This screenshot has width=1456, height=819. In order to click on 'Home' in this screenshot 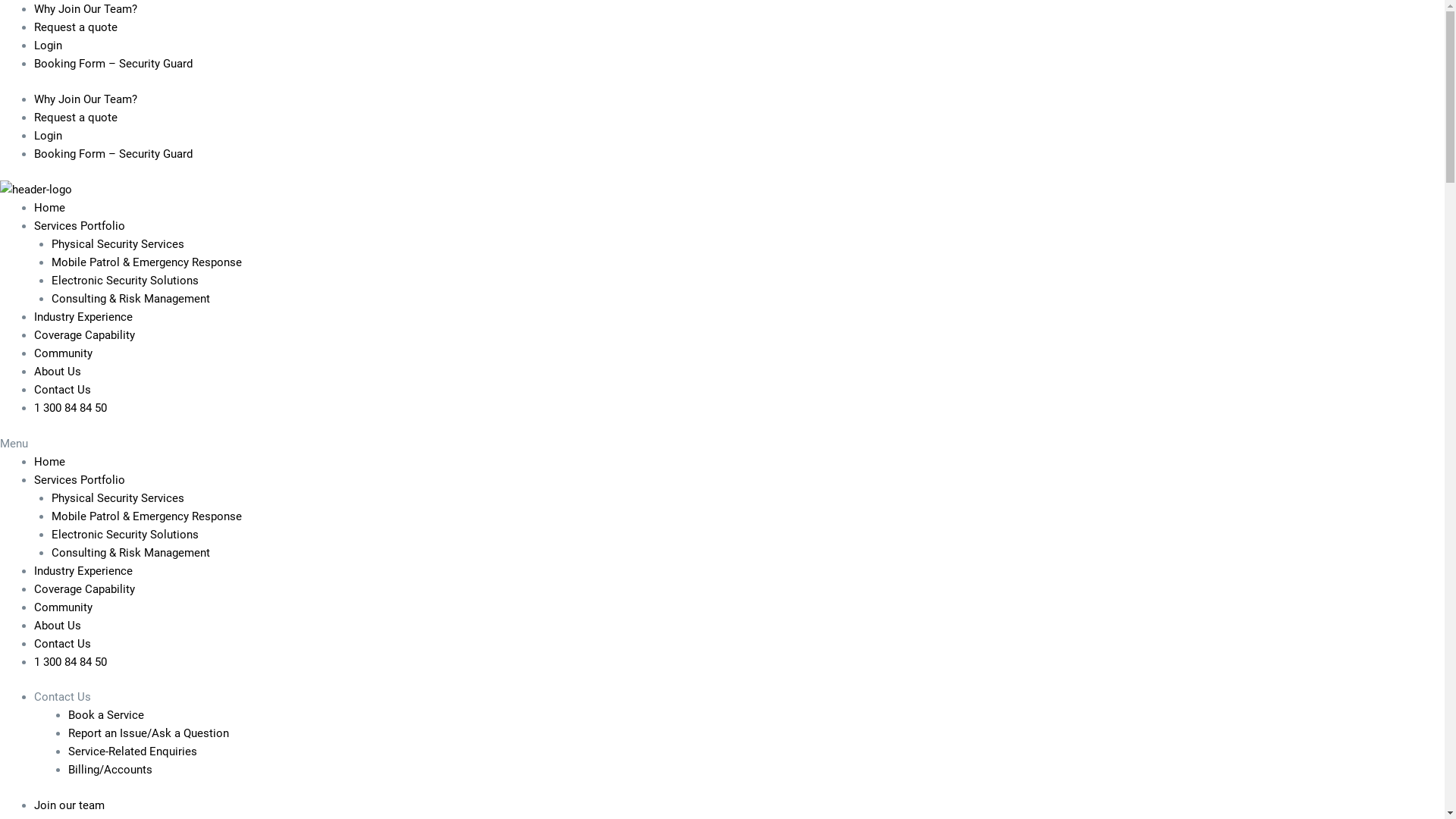, I will do `click(33, 461)`.